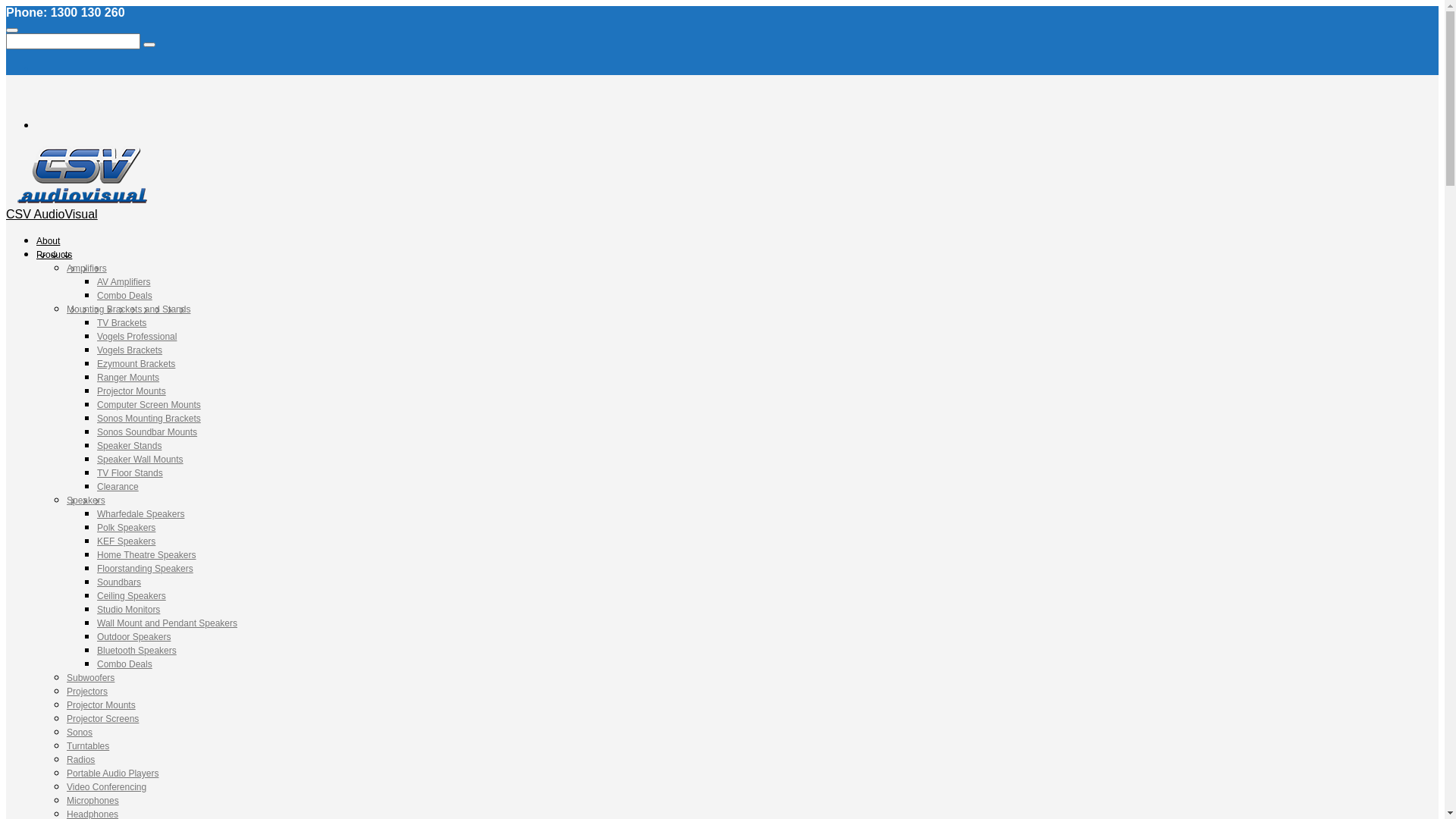 The height and width of the screenshot is (819, 1456). Describe the element at coordinates (149, 403) in the screenshot. I see `'Computer Screen Mounts'` at that location.